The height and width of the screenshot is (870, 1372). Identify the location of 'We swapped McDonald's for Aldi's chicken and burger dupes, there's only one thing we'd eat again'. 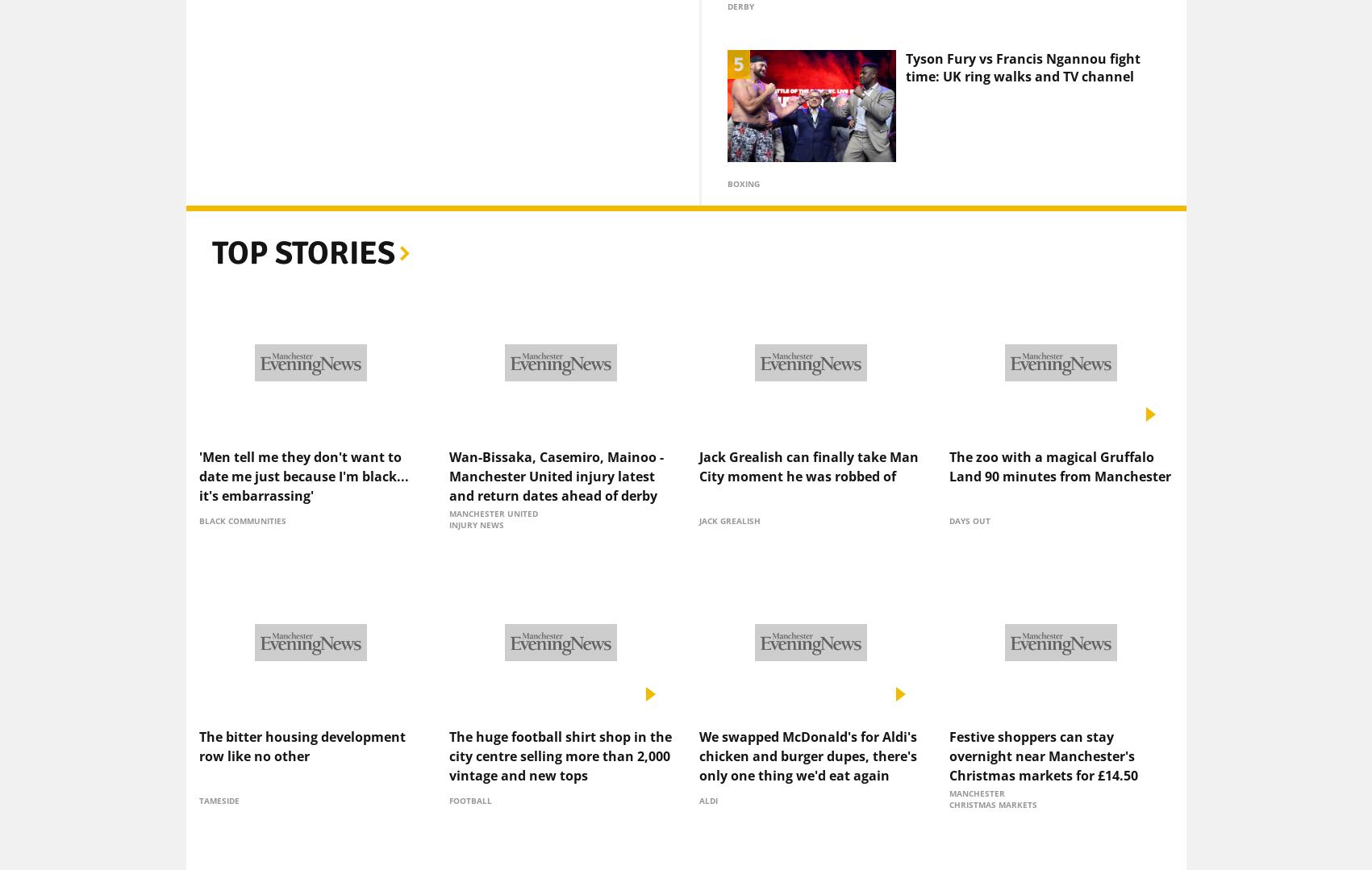
(807, 727).